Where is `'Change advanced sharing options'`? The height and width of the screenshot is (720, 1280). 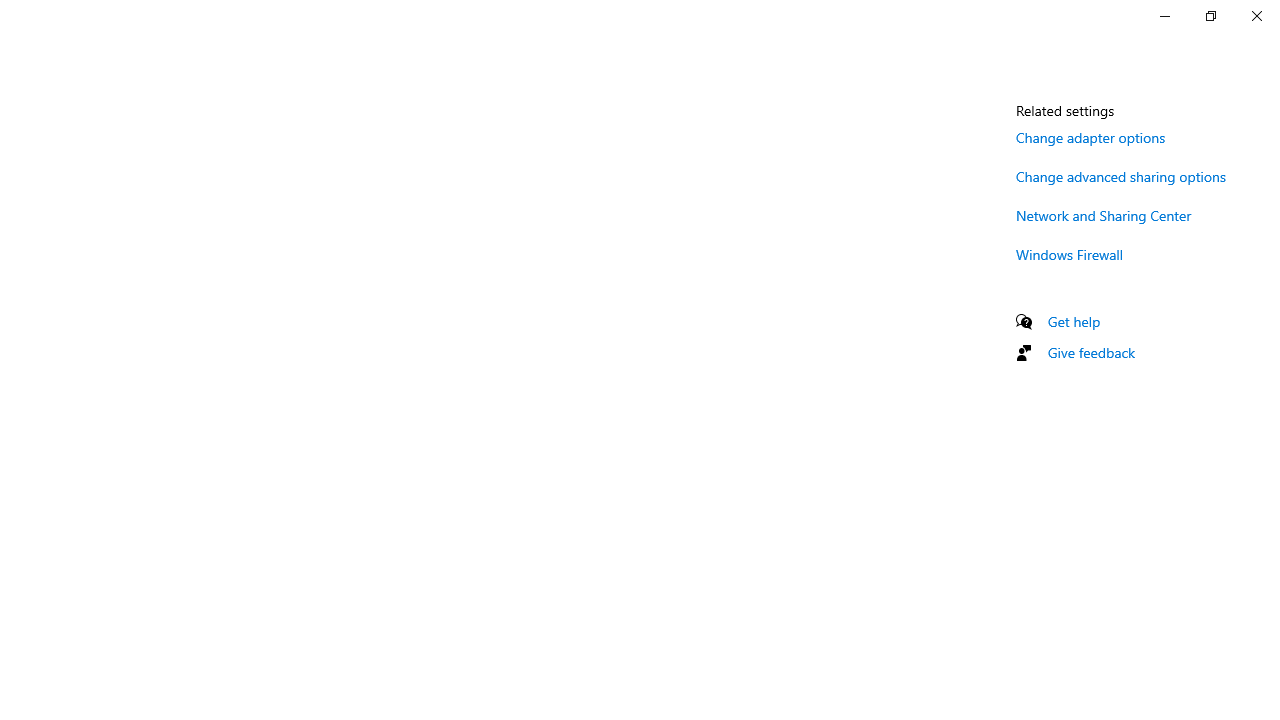
'Change advanced sharing options' is located at coordinates (1121, 175).